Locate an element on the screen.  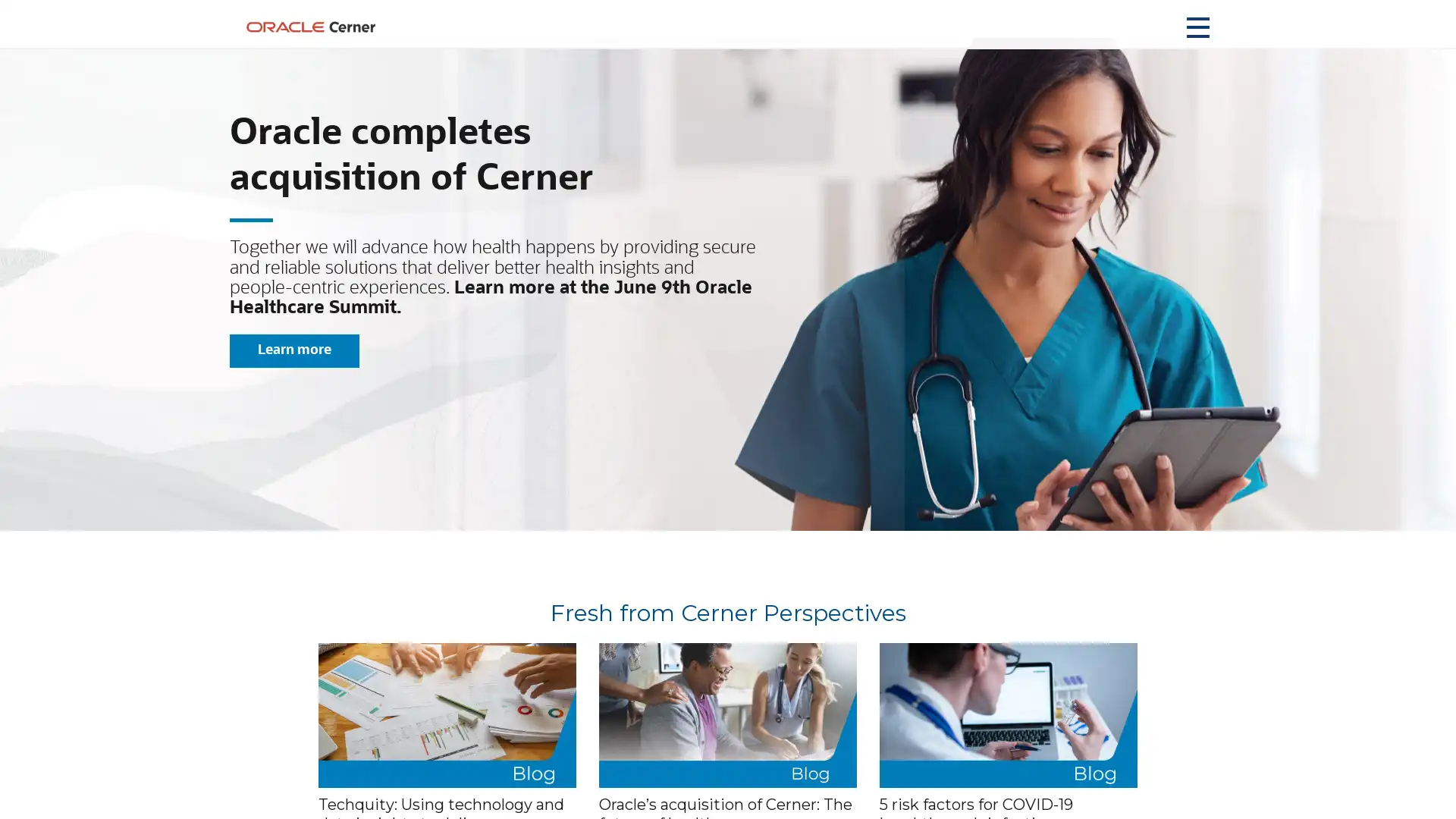
Accept All Cookies is located at coordinates (1175, 786).